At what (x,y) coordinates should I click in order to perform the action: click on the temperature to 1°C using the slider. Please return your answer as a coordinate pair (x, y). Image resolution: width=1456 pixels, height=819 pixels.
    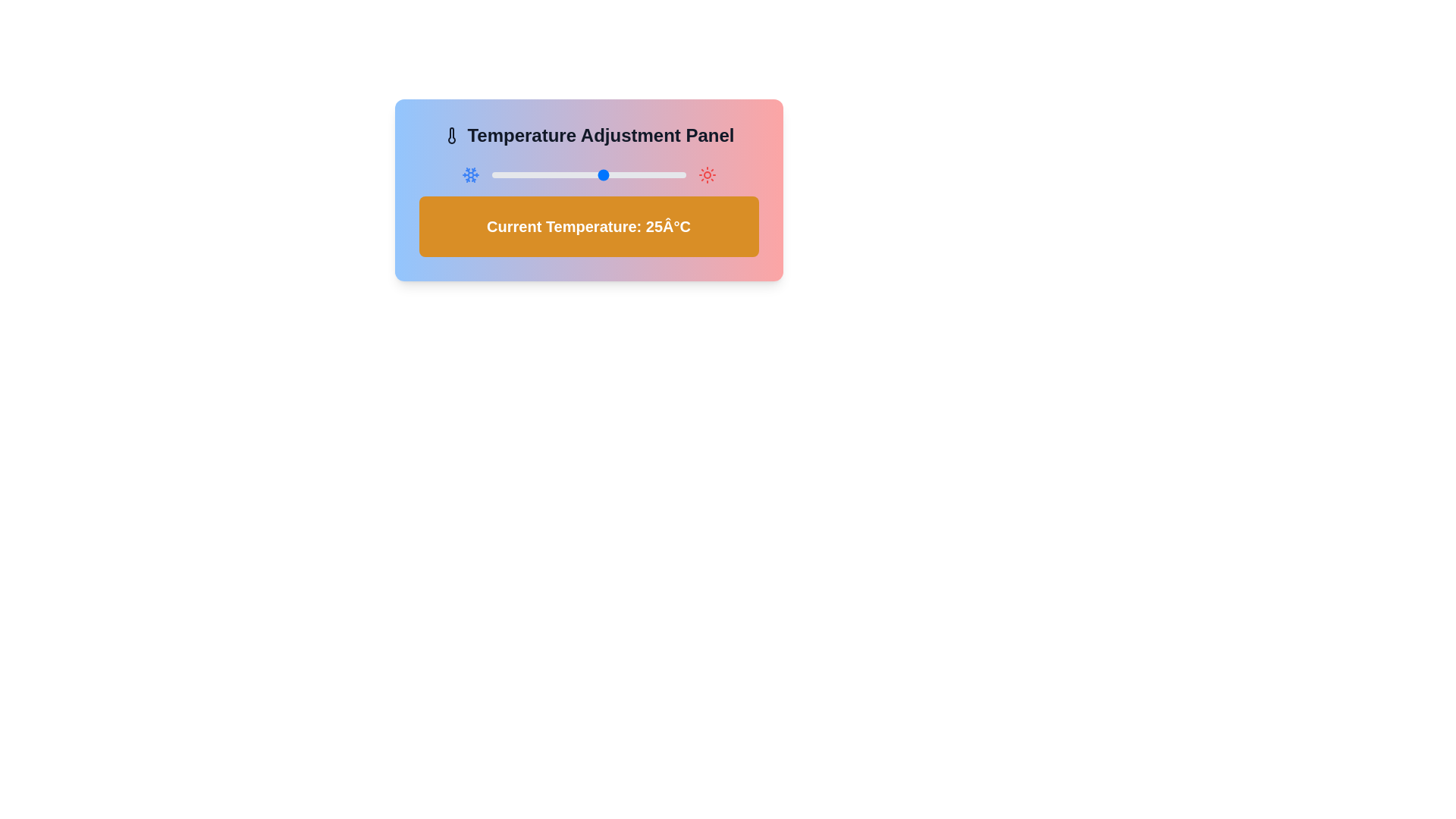
    Looking at the image, I should click on (527, 174).